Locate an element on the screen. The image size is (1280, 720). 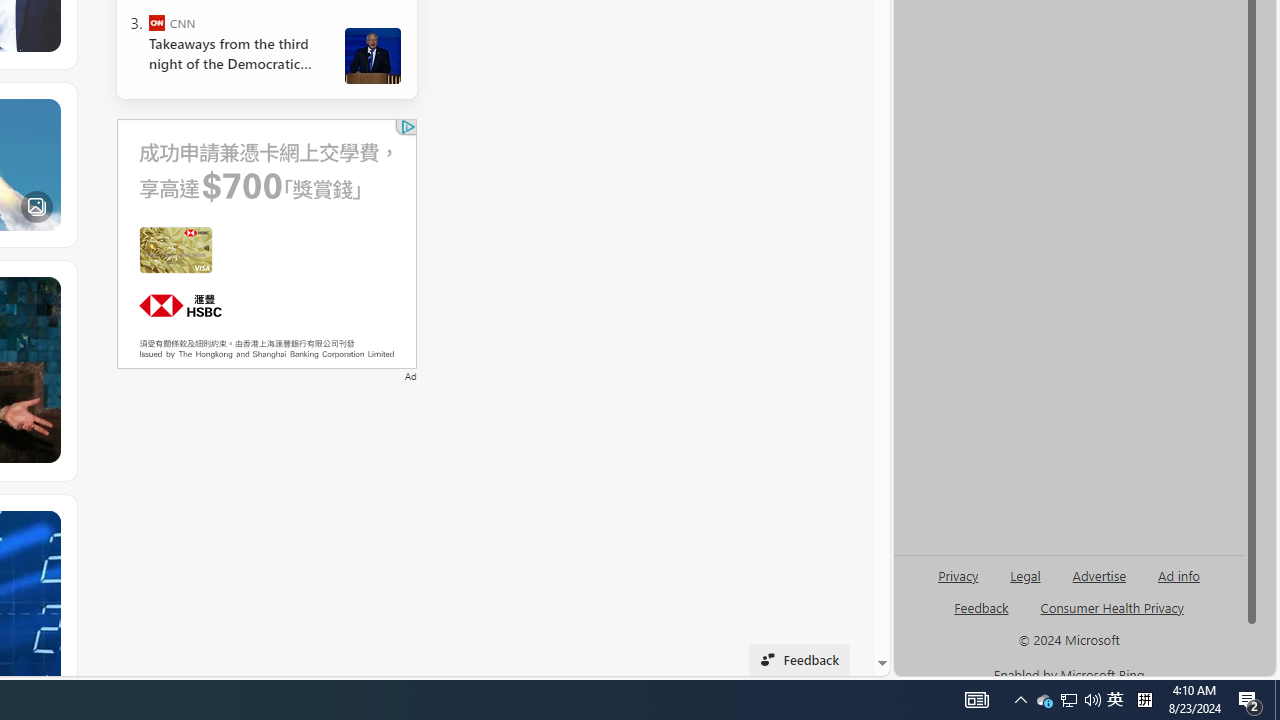
'Class: qc-adchoices-icon' is located at coordinates (407, 127).